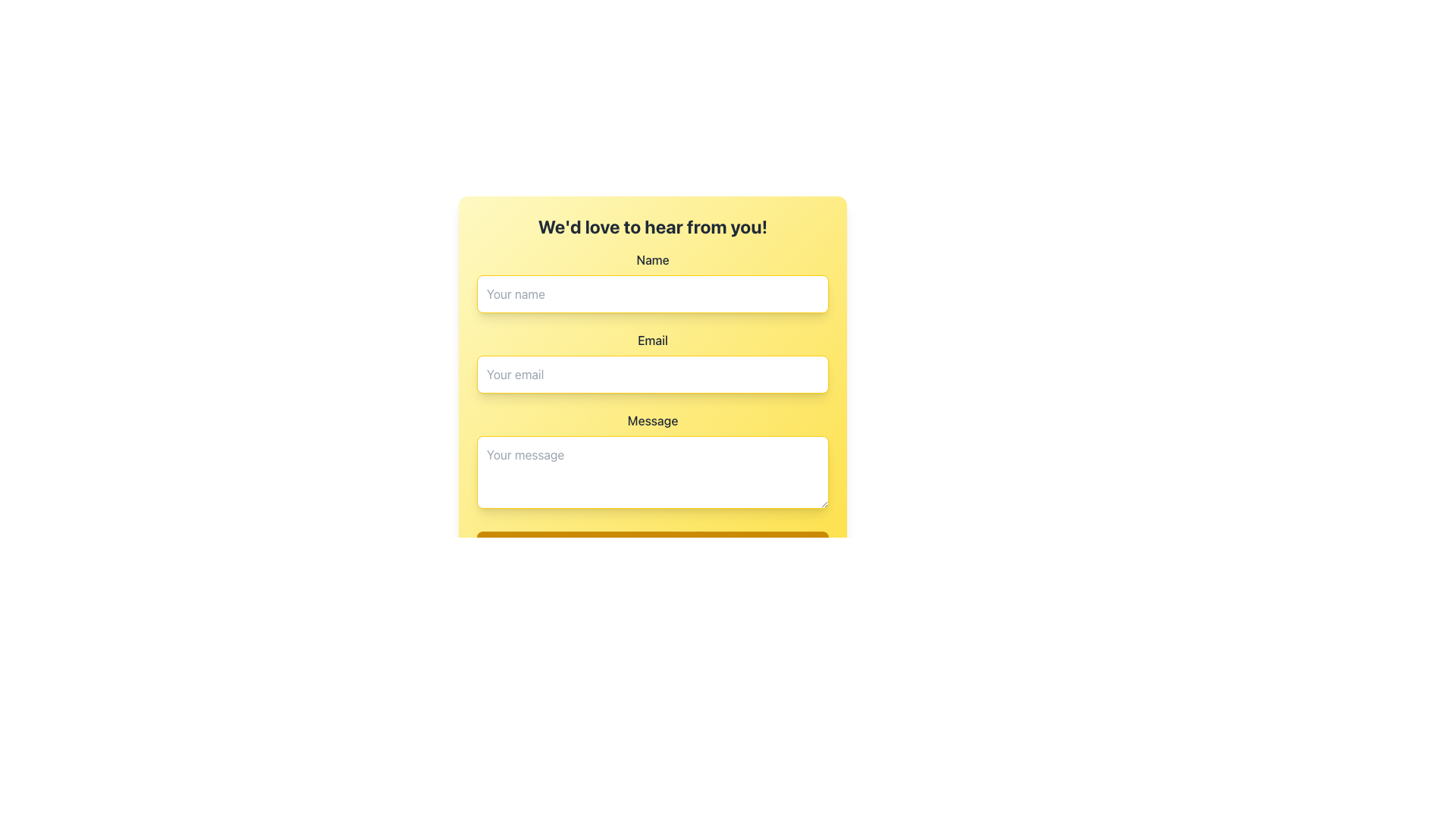 The image size is (1456, 819). I want to click on the label that contains the text 'Message', which is styled with a large bold font on a yellow background, located between the 'Email' field and the 'Your message' textarea, so click(652, 421).